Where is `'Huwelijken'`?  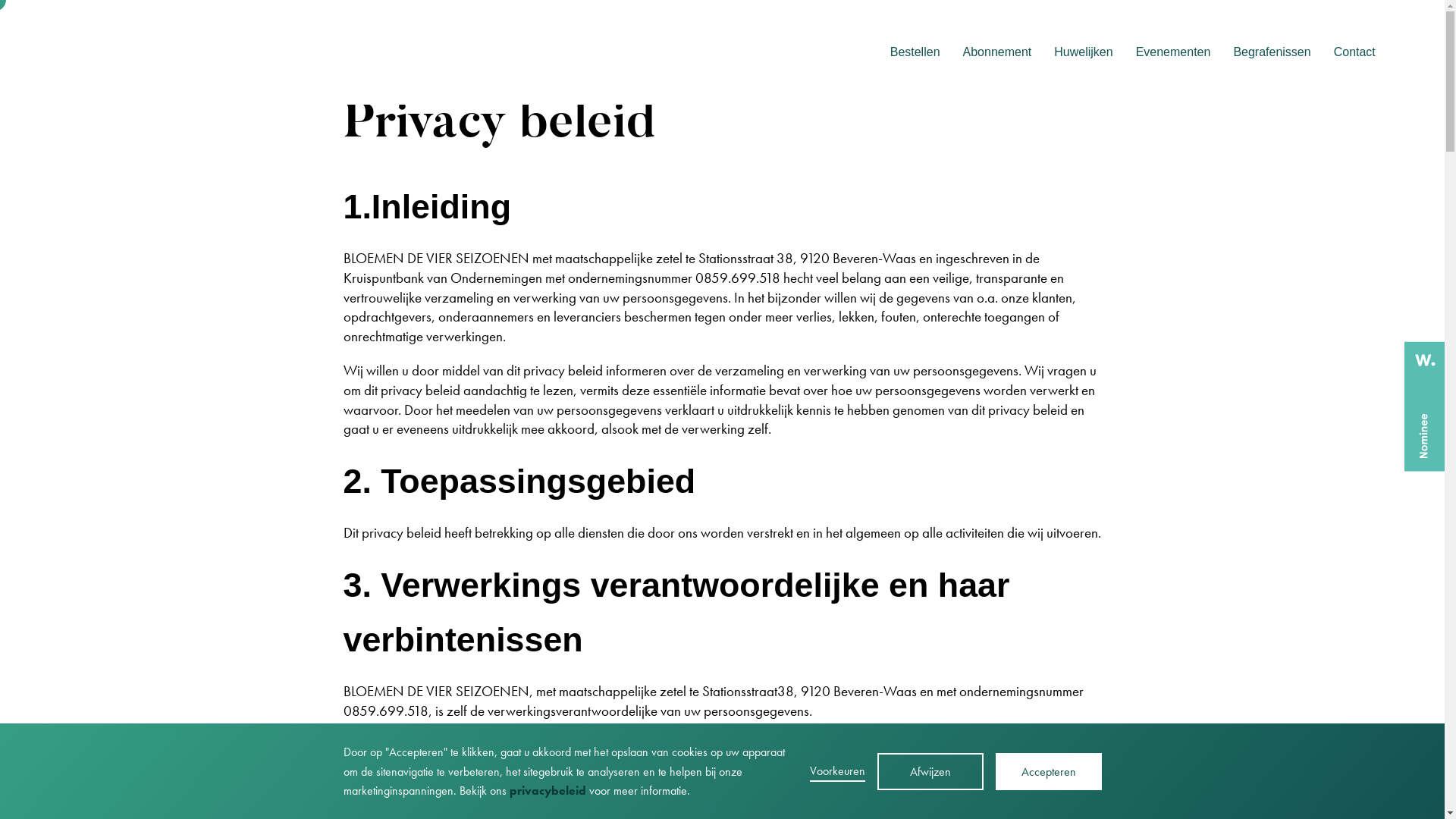 'Huwelijken' is located at coordinates (1053, 52).